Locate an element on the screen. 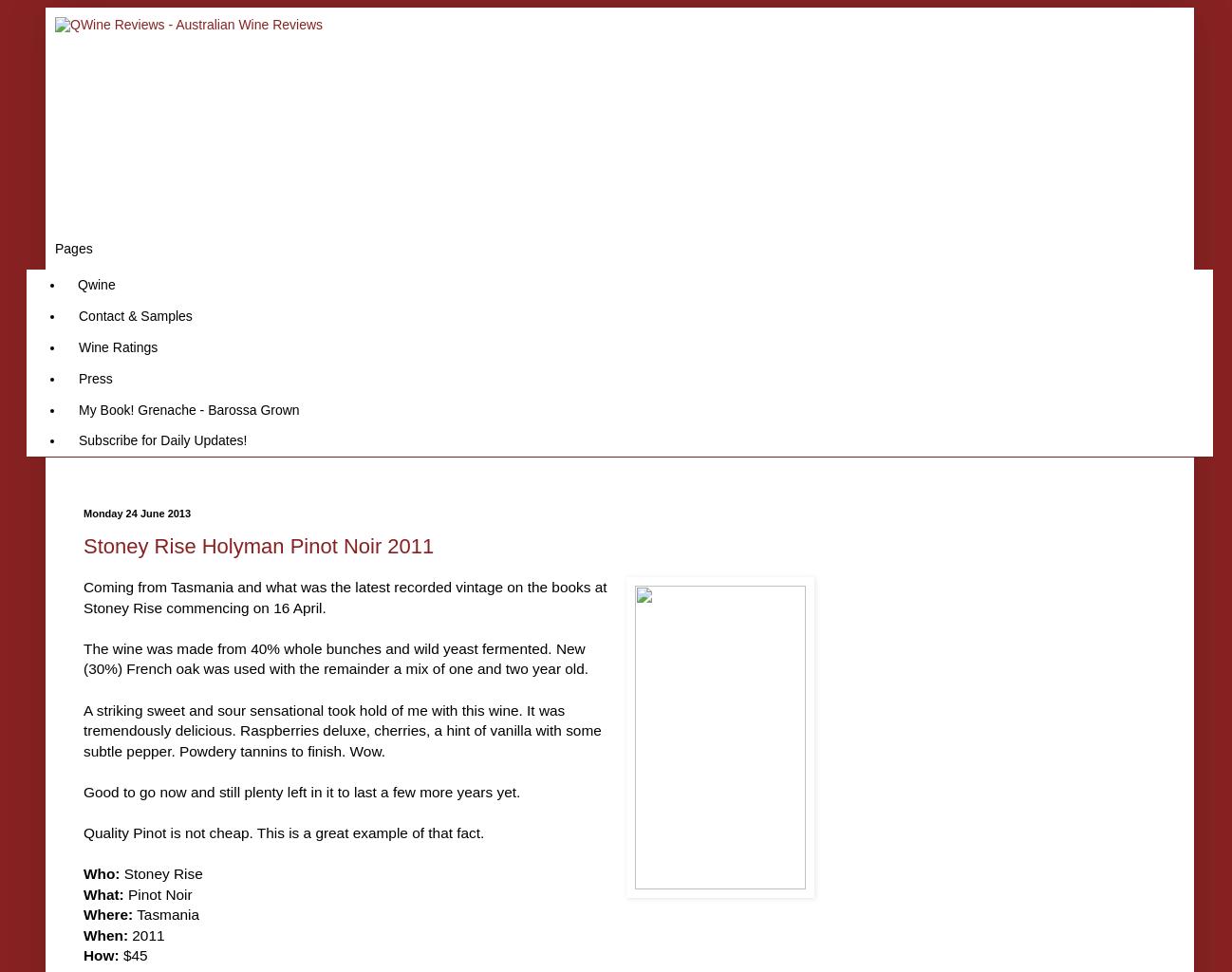  'Good to go now and still plenty left in it to last a few more years yet.' is located at coordinates (301, 790).